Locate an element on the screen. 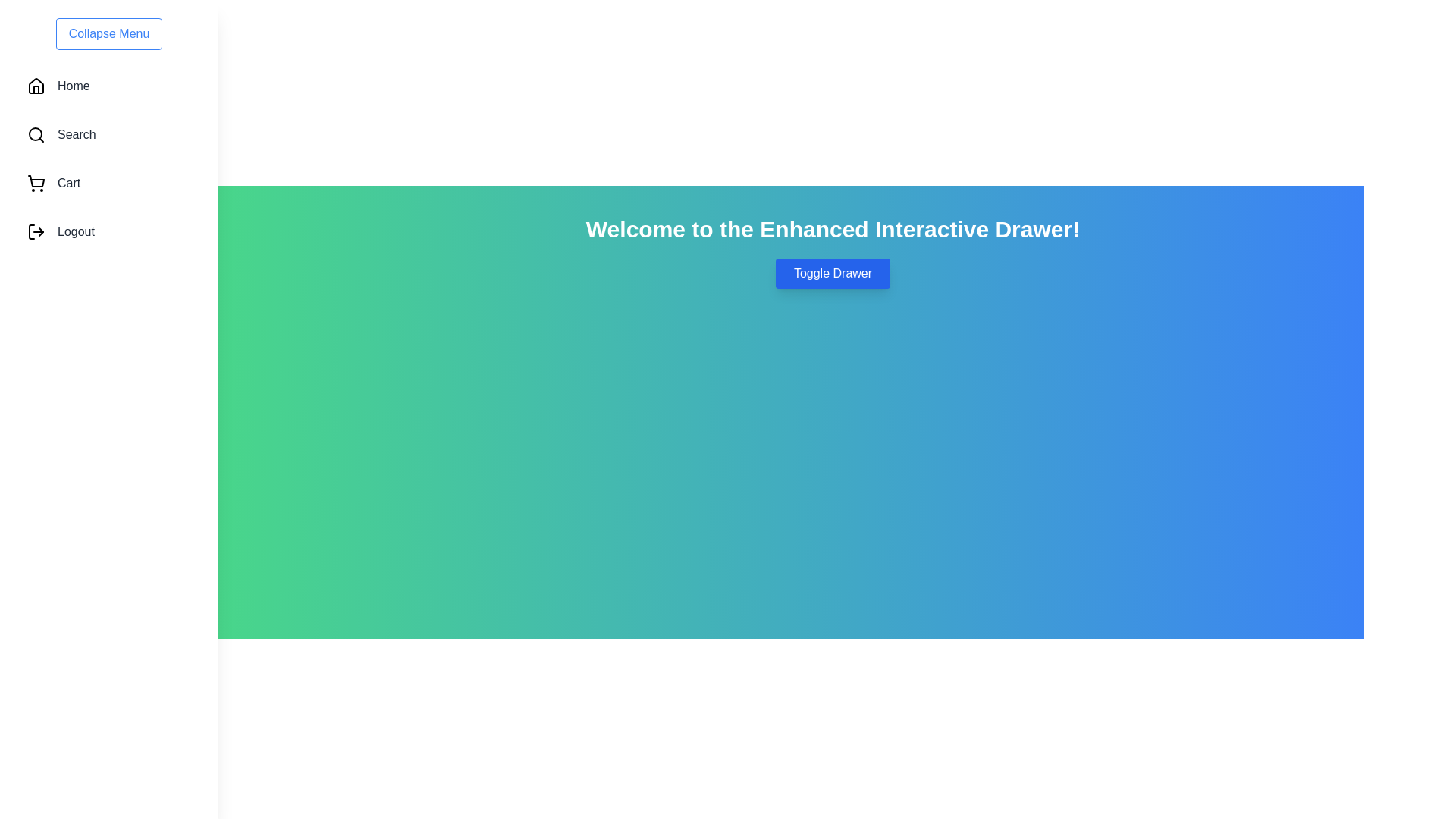 This screenshot has height=819, width=1456. the 'Home' menu item in the drawer is located at coordinates (108, 86).